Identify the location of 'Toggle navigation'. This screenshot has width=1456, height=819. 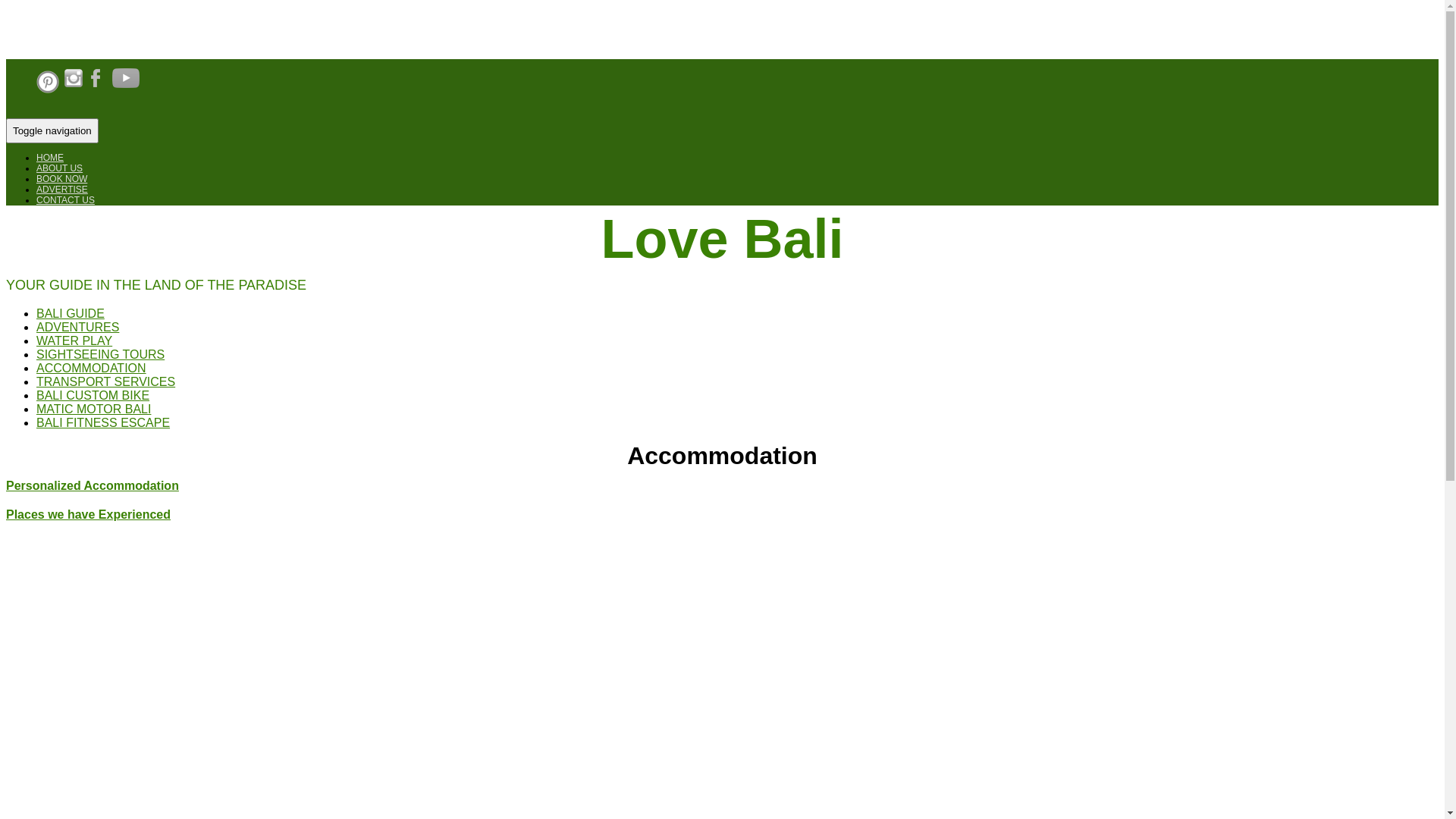
(6, 130).